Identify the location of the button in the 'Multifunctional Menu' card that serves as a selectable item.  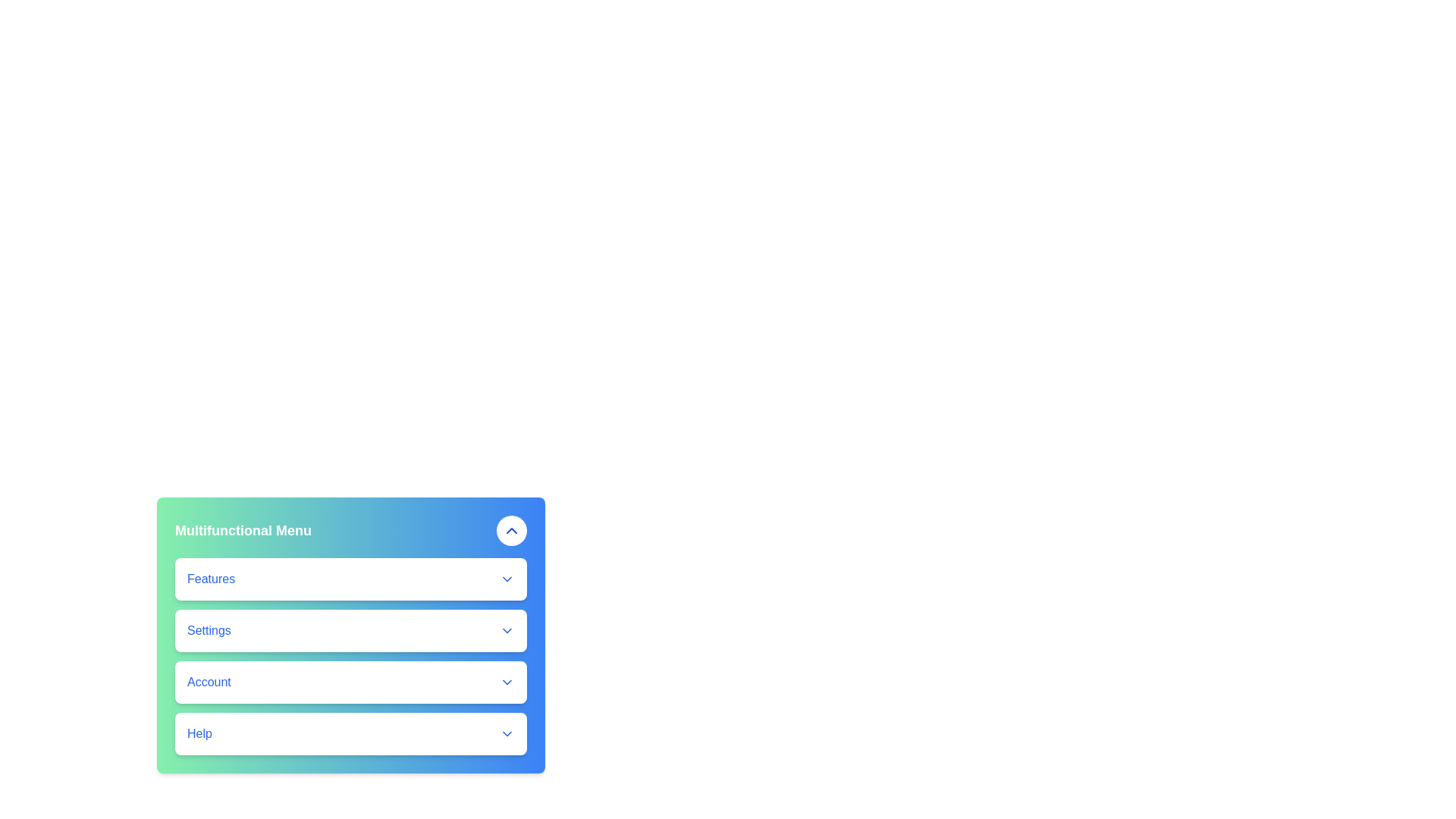
(350, 631).